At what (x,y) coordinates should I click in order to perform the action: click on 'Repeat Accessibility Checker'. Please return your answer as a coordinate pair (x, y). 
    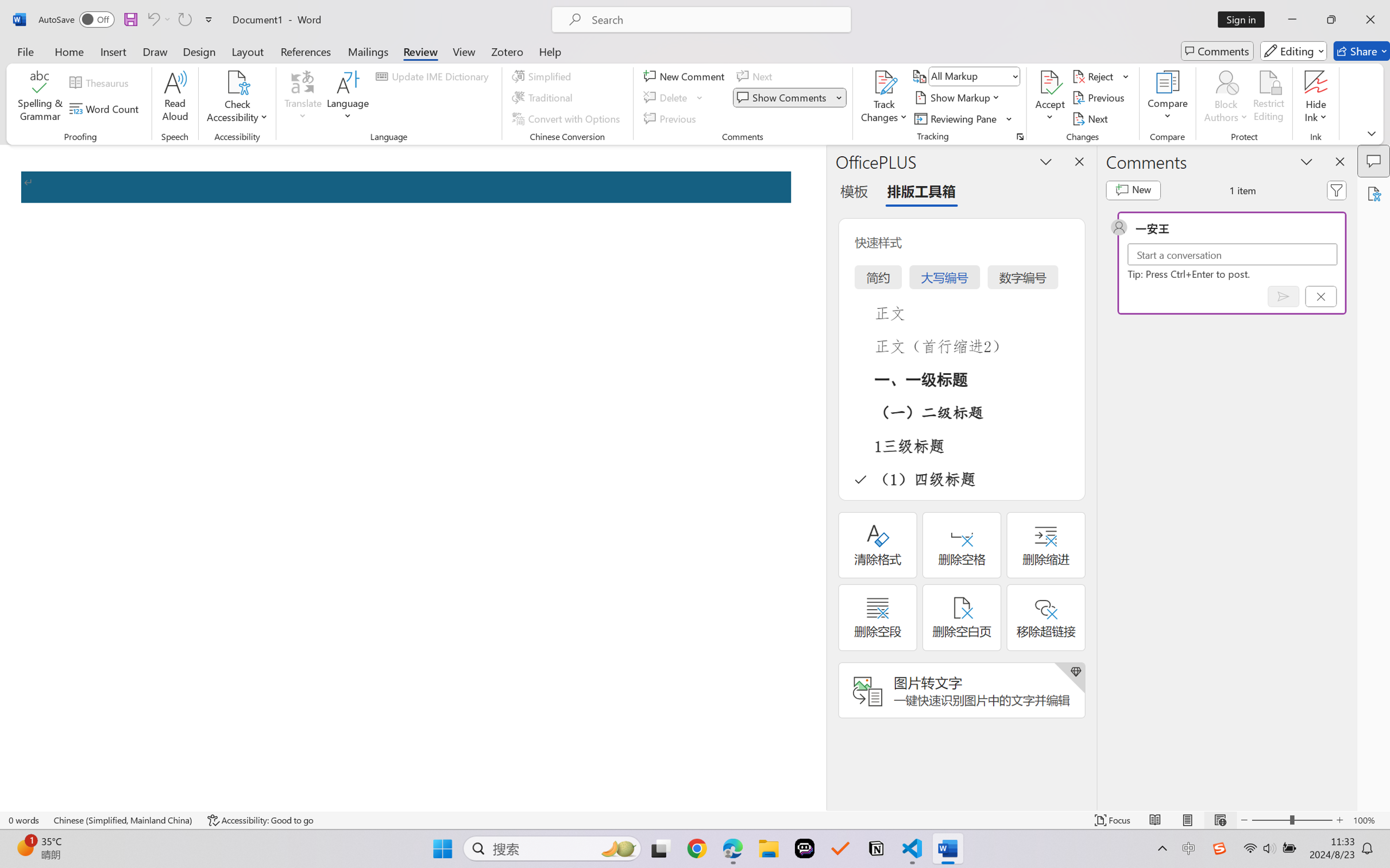
    Looking at the image, I should click on (184, 19).